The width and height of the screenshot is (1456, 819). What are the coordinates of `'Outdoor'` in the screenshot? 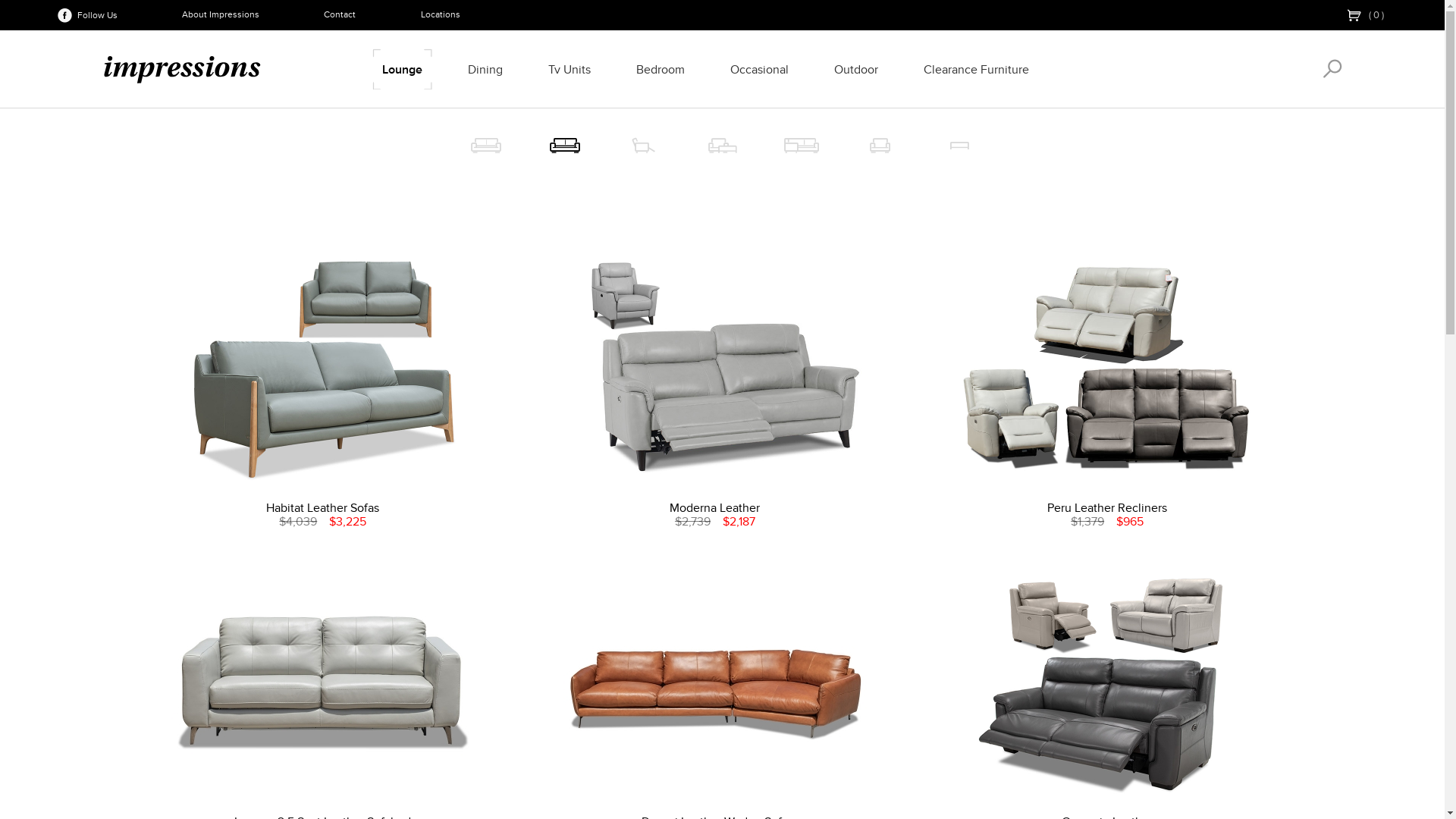 It's located at (855, 69).